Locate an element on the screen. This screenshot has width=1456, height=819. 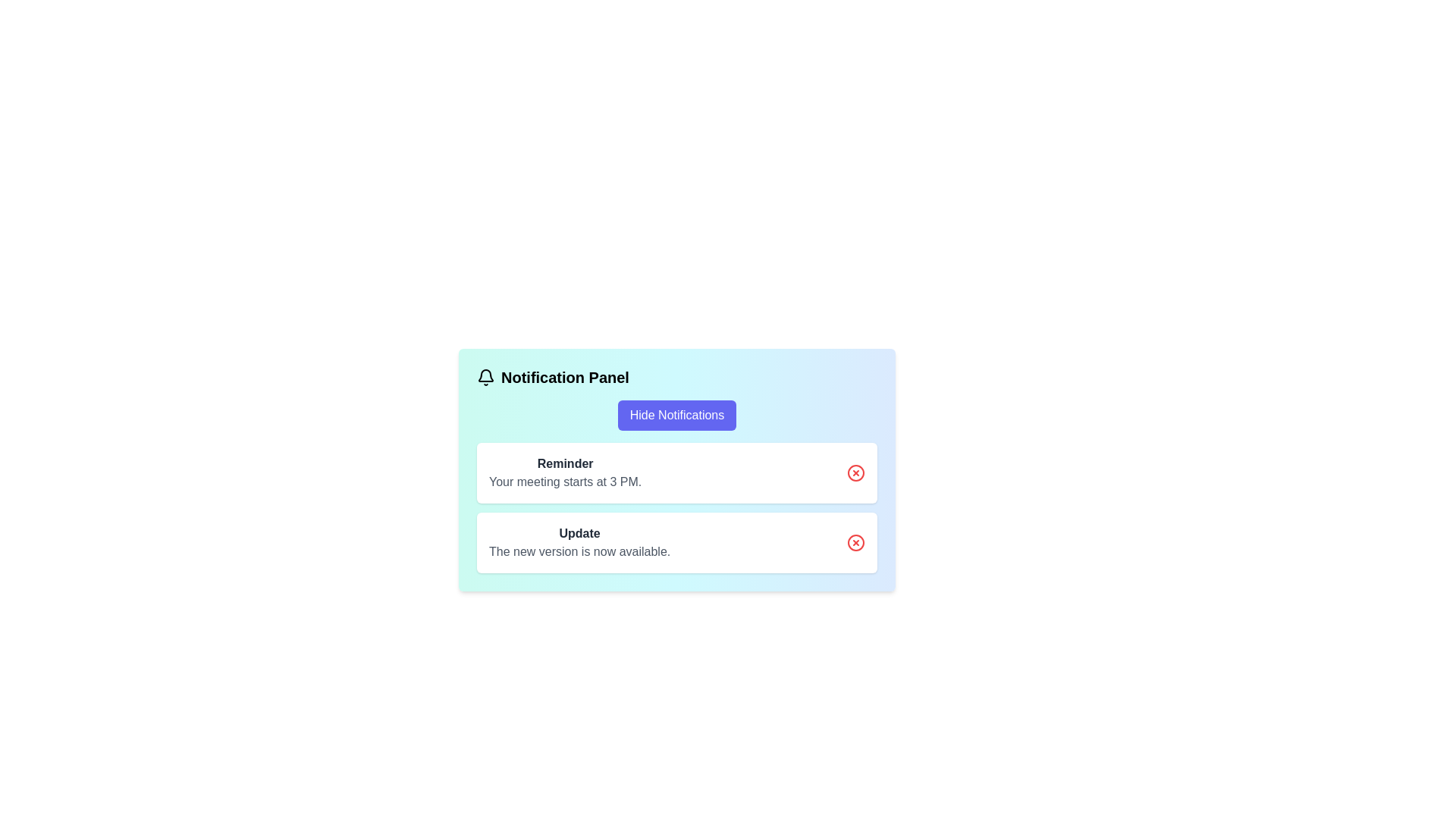
the first notification card displayed in the notification panel, which includes a reminder notification and a dismiss button is located at coordinates (676, 469).